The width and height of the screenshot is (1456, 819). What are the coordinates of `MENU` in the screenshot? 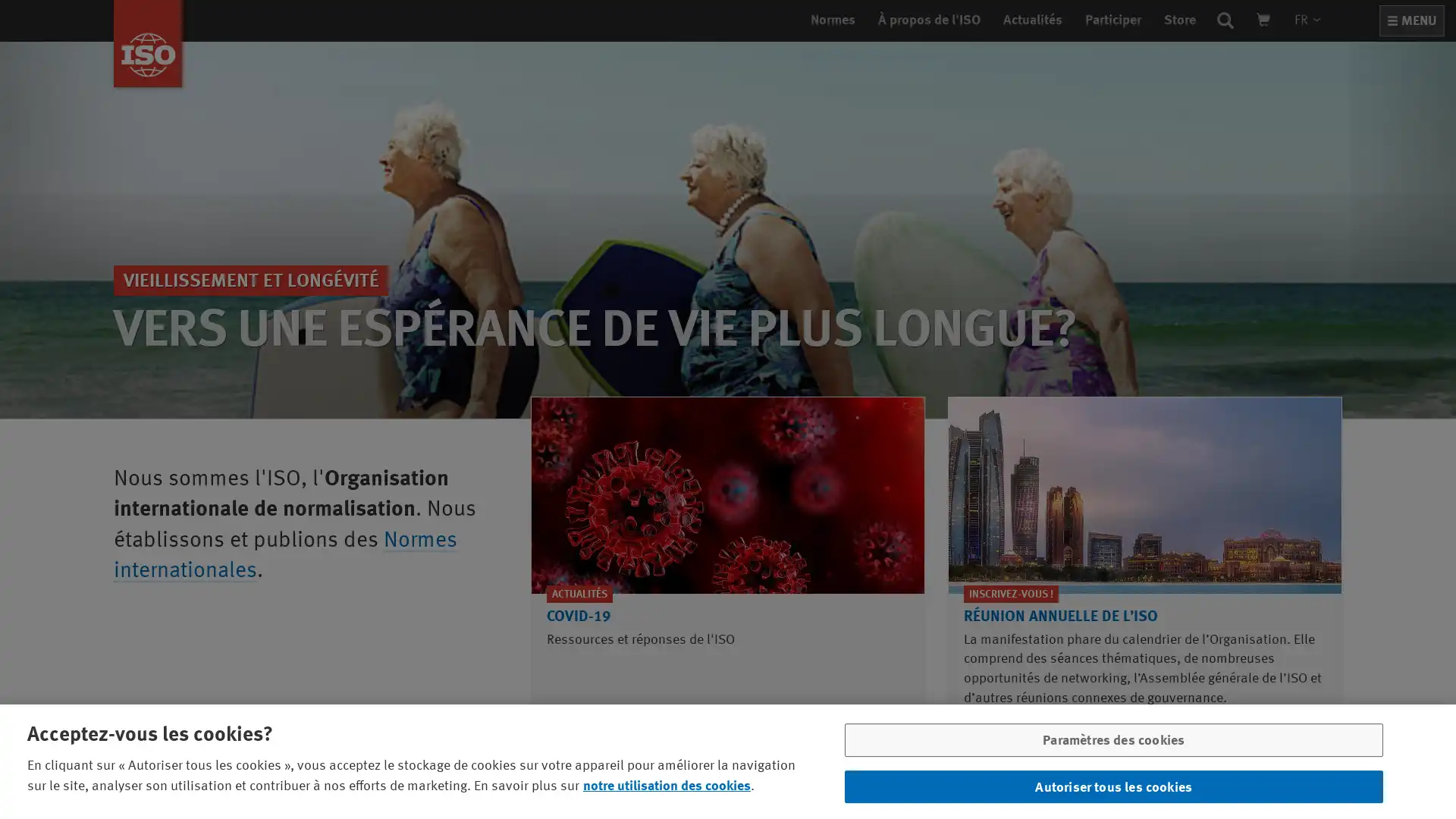 It's located at (1411, 20).